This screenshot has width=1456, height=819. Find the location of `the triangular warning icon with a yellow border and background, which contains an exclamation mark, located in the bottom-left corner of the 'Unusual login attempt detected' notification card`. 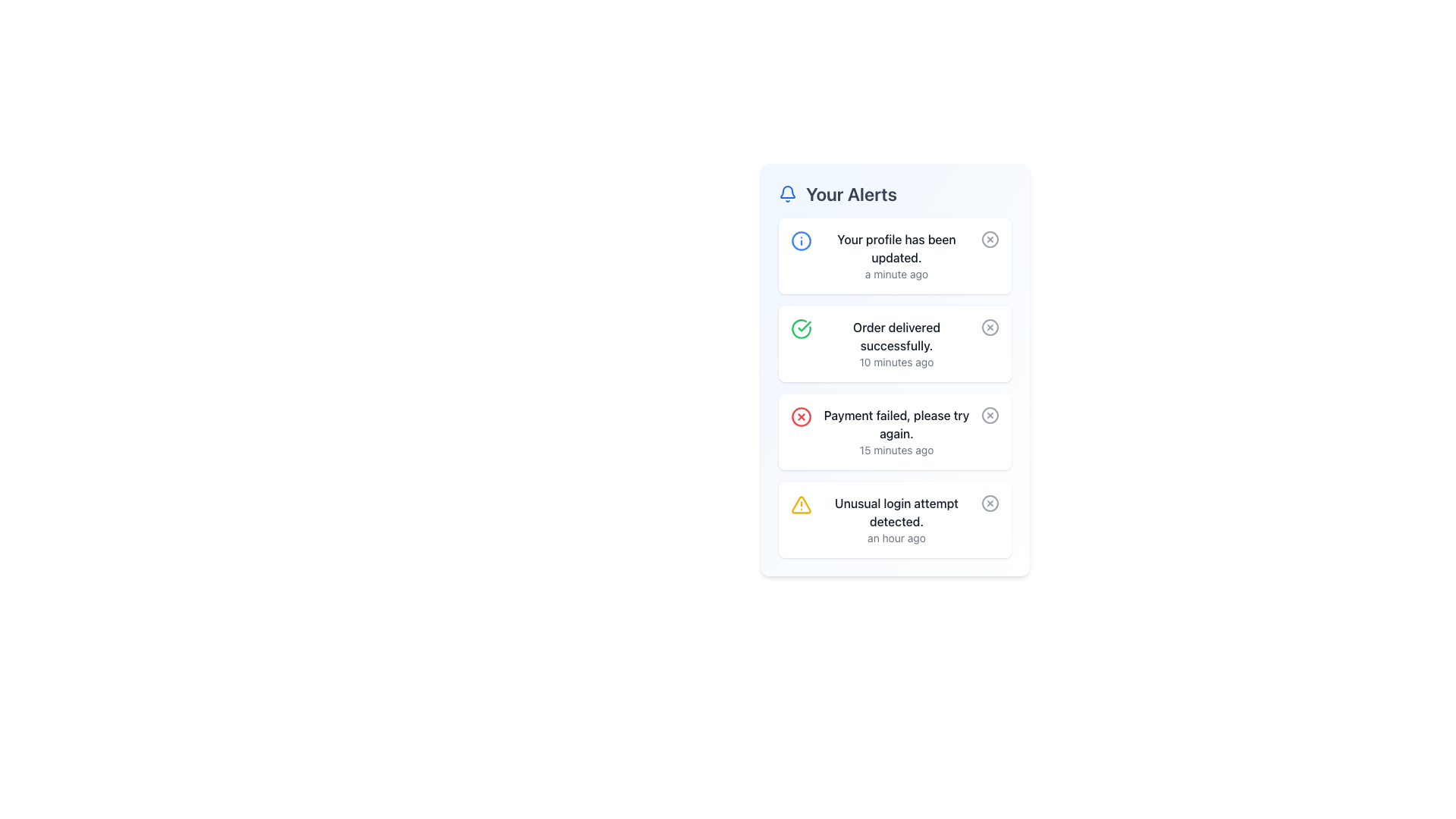

the triangular warning icon with a yellow border and background, which contains an exclamation mark, located in the bottom-left corner of the 'Unusual login attempt detected' notification card is located at coordinates (800, 505).